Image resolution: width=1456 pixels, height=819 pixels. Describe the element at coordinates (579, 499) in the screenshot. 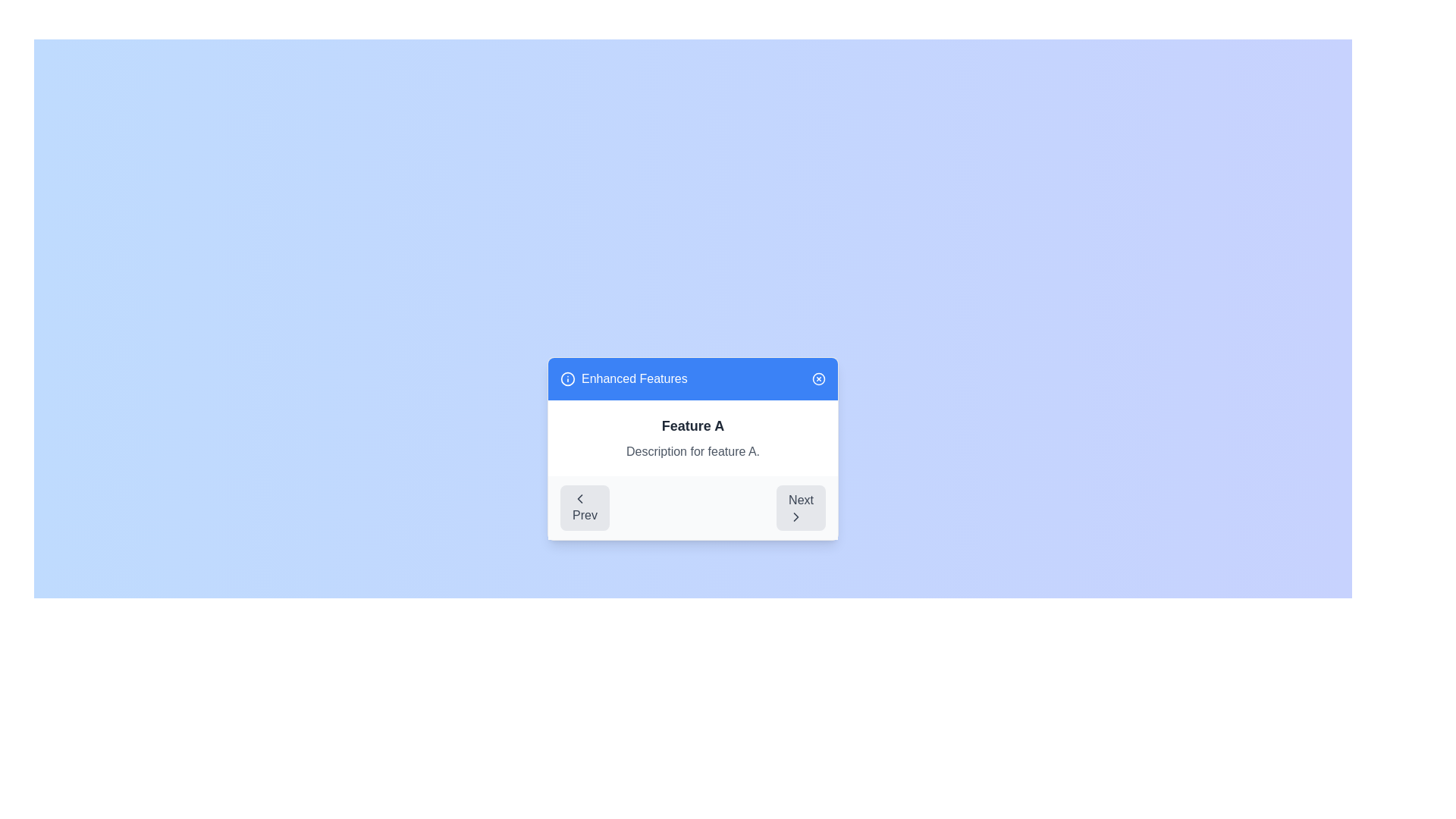

I see `the Chevron icon inside the 'Prev' navigation button located at the bottom-left corner of the feature description modal` at that location.